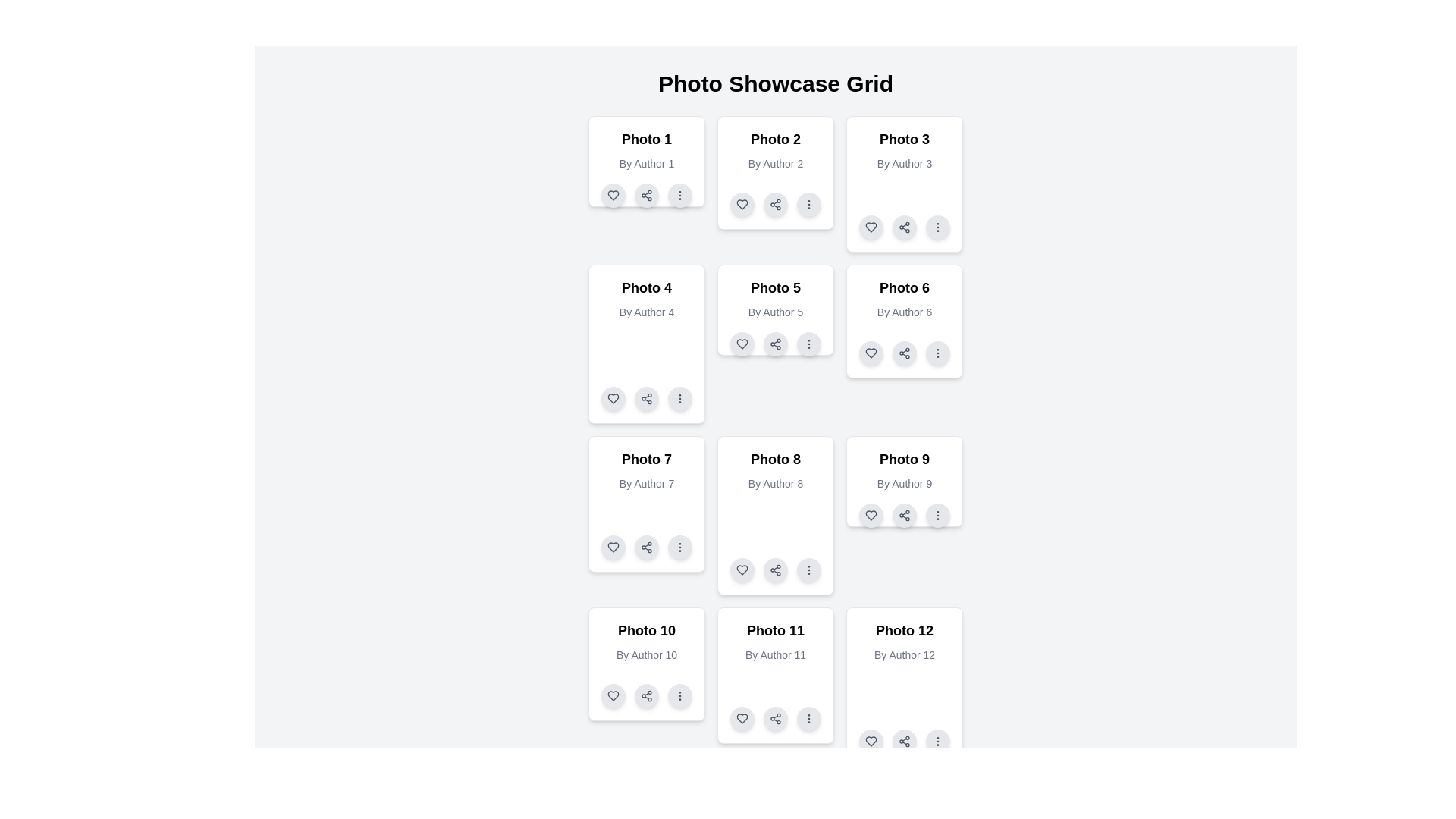  I want to click on the Text label providing attribution or author information for the content represented in the card, located directly beneath the title 'Photo 3', so click(905, 164).